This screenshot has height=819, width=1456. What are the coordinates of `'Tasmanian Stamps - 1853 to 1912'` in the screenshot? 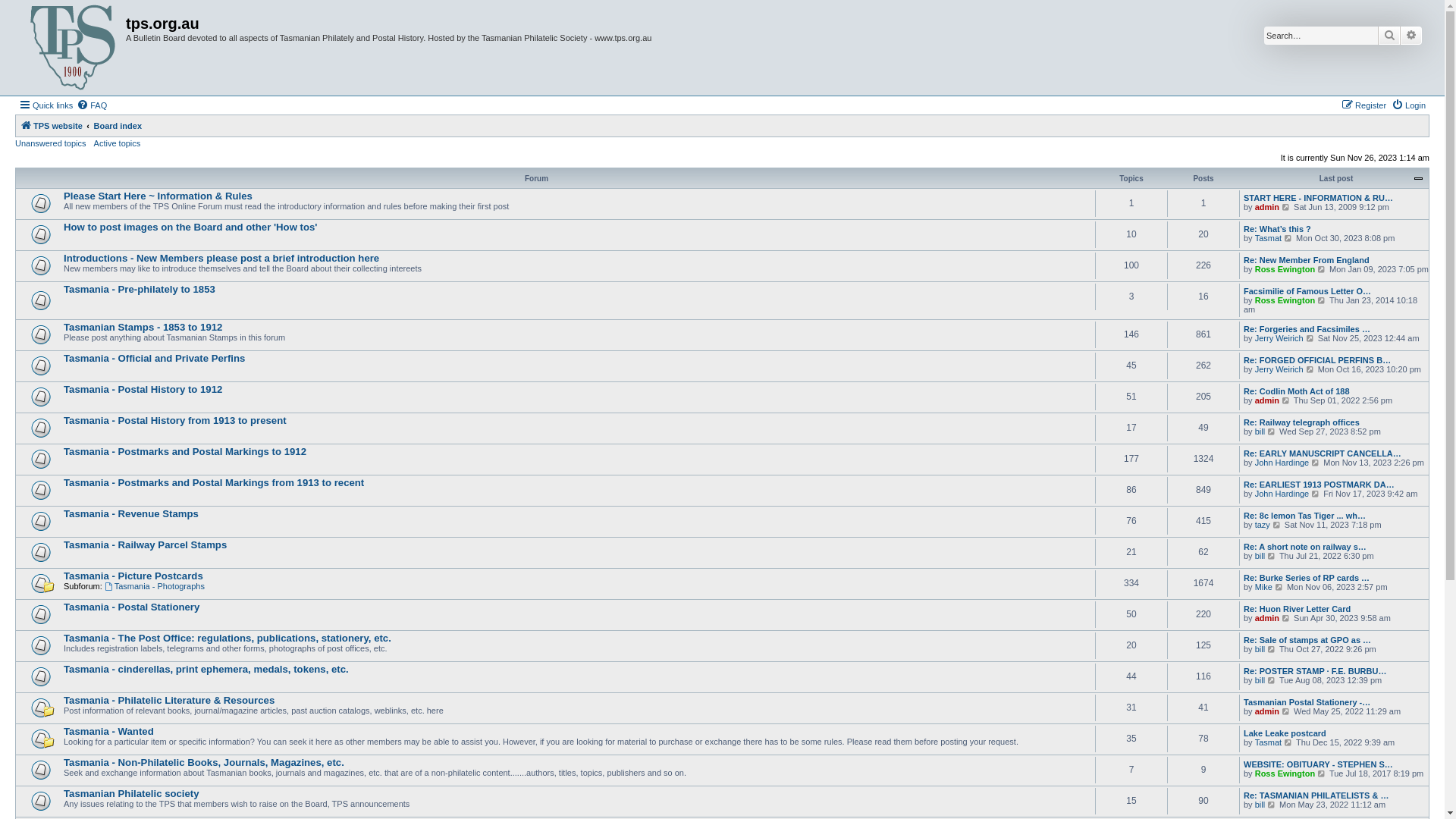 It's located at (143, 326).